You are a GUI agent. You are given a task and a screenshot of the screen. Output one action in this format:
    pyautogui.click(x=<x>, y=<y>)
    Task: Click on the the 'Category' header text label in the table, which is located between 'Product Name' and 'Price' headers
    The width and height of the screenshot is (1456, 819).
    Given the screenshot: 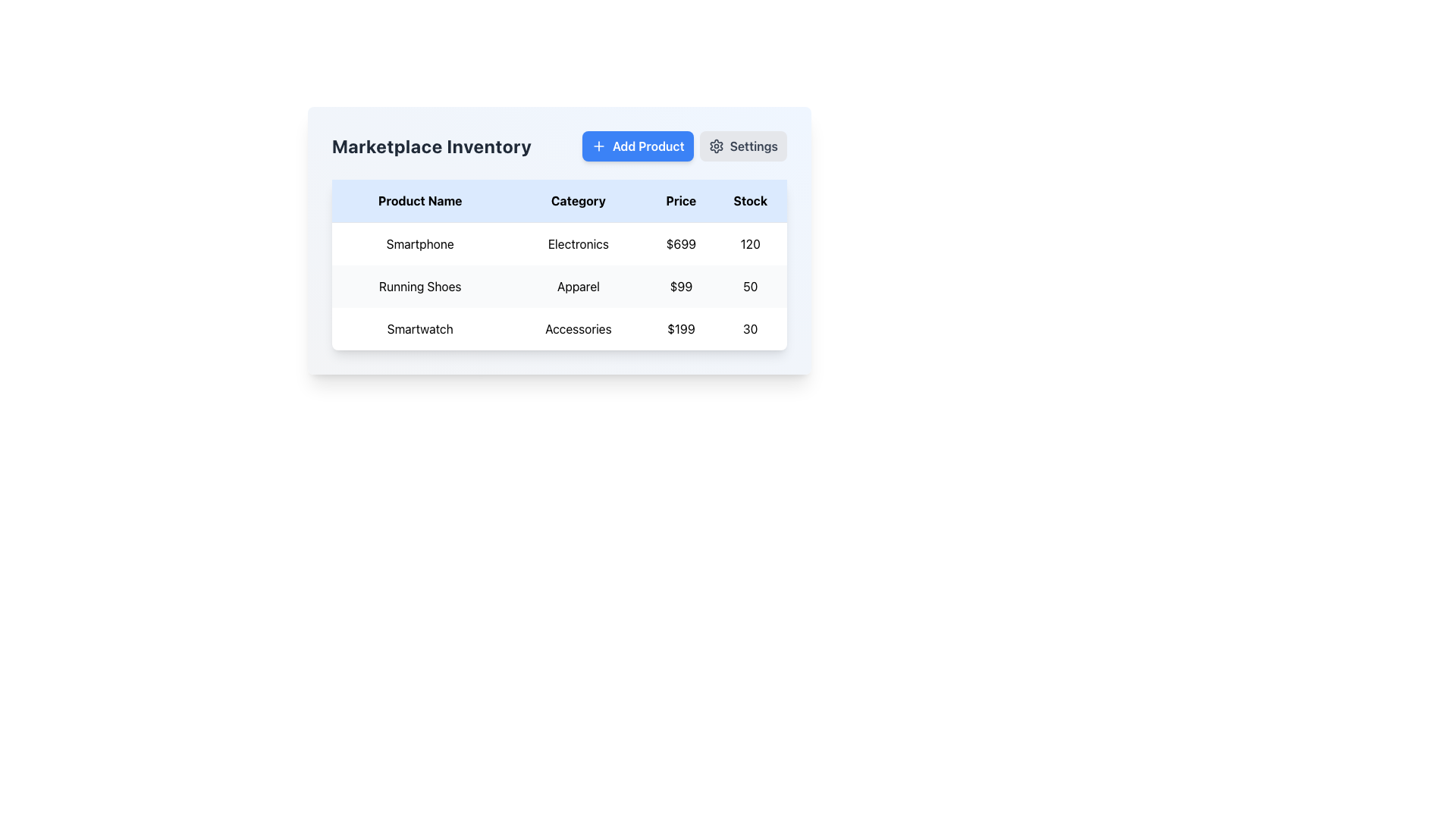 What is the action you would take?
    pyautogui.click(x=577, y=200)
    